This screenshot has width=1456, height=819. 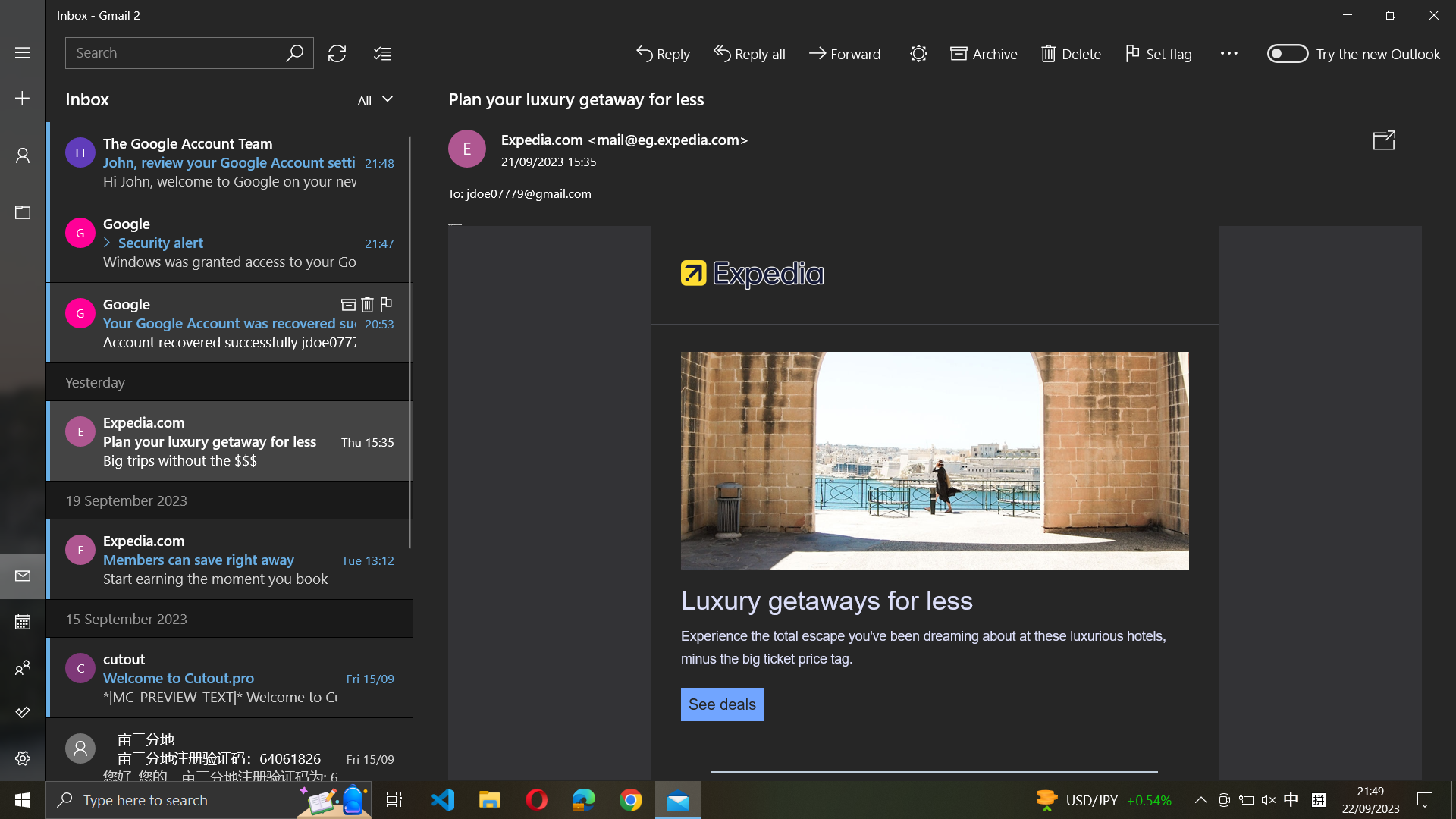 I want to click on settings application, so click(x=22, y=760).